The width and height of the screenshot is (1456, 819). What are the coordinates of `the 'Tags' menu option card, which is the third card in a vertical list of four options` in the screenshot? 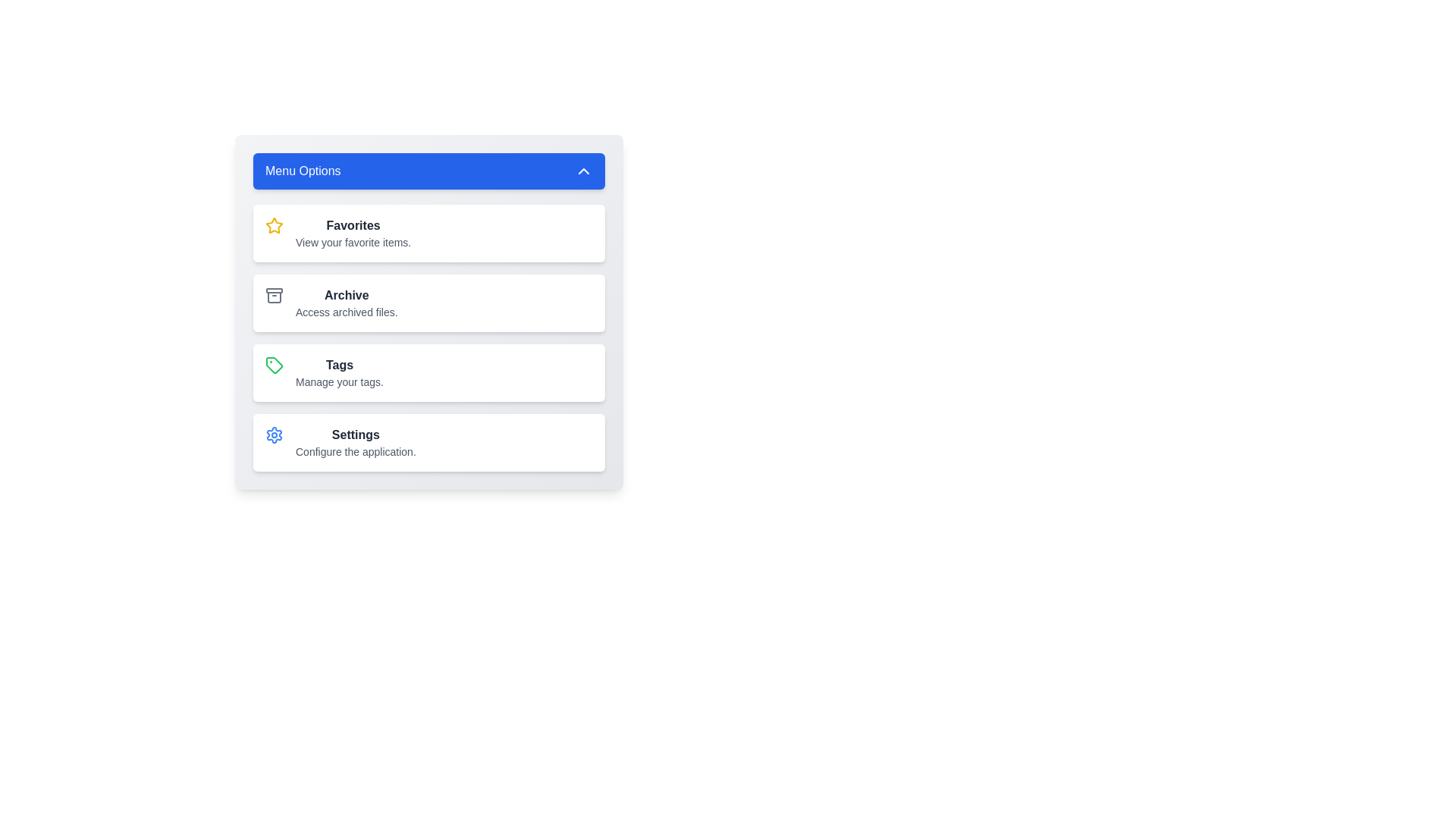 It's located at (428, 373).